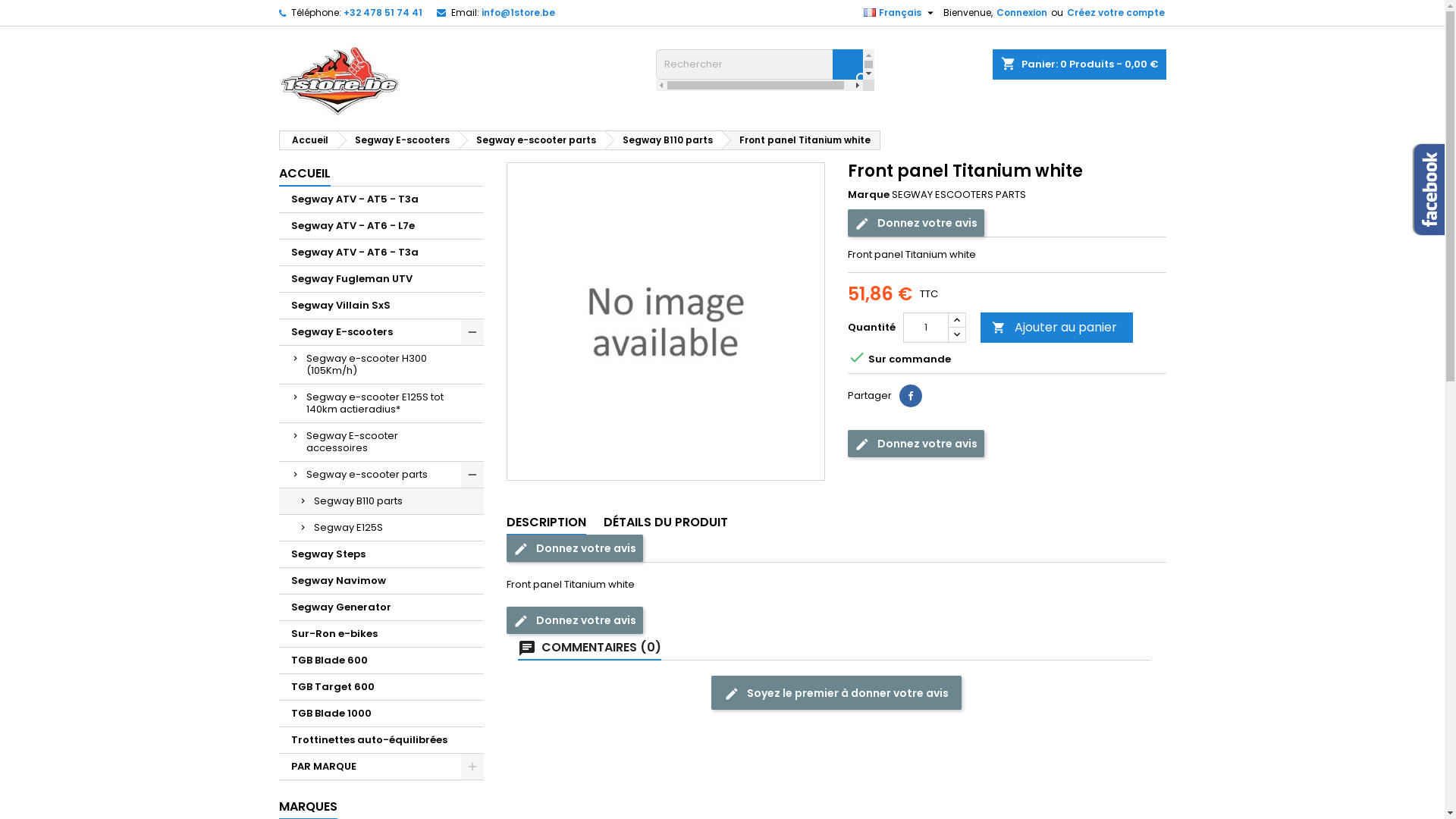 Image resolution: width=1456 pixels, height=819 pixels. I want to click on 'TGB Blade 1000', so click(381, 714).